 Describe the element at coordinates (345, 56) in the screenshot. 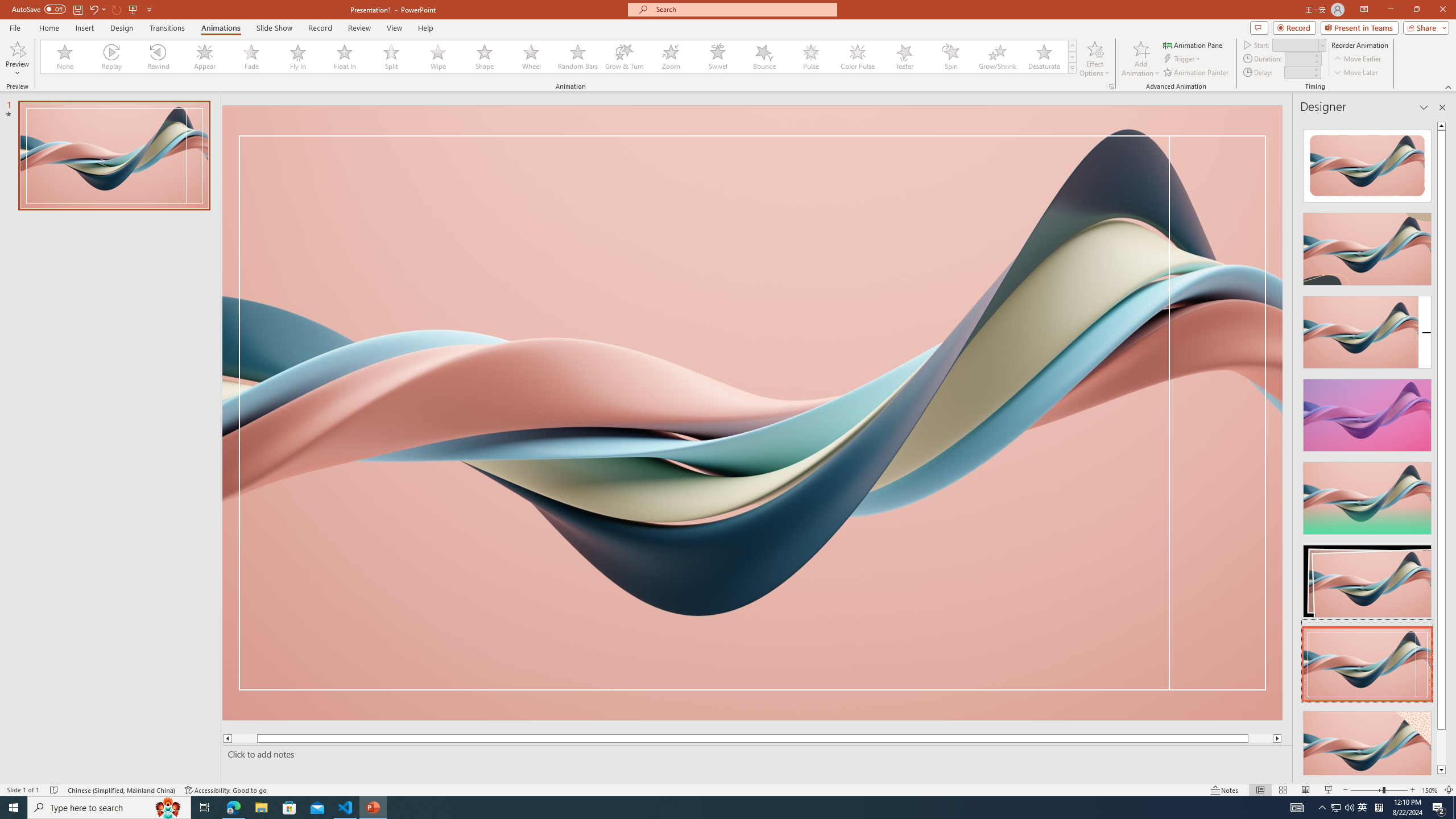

I see `'Float In'` at that location.